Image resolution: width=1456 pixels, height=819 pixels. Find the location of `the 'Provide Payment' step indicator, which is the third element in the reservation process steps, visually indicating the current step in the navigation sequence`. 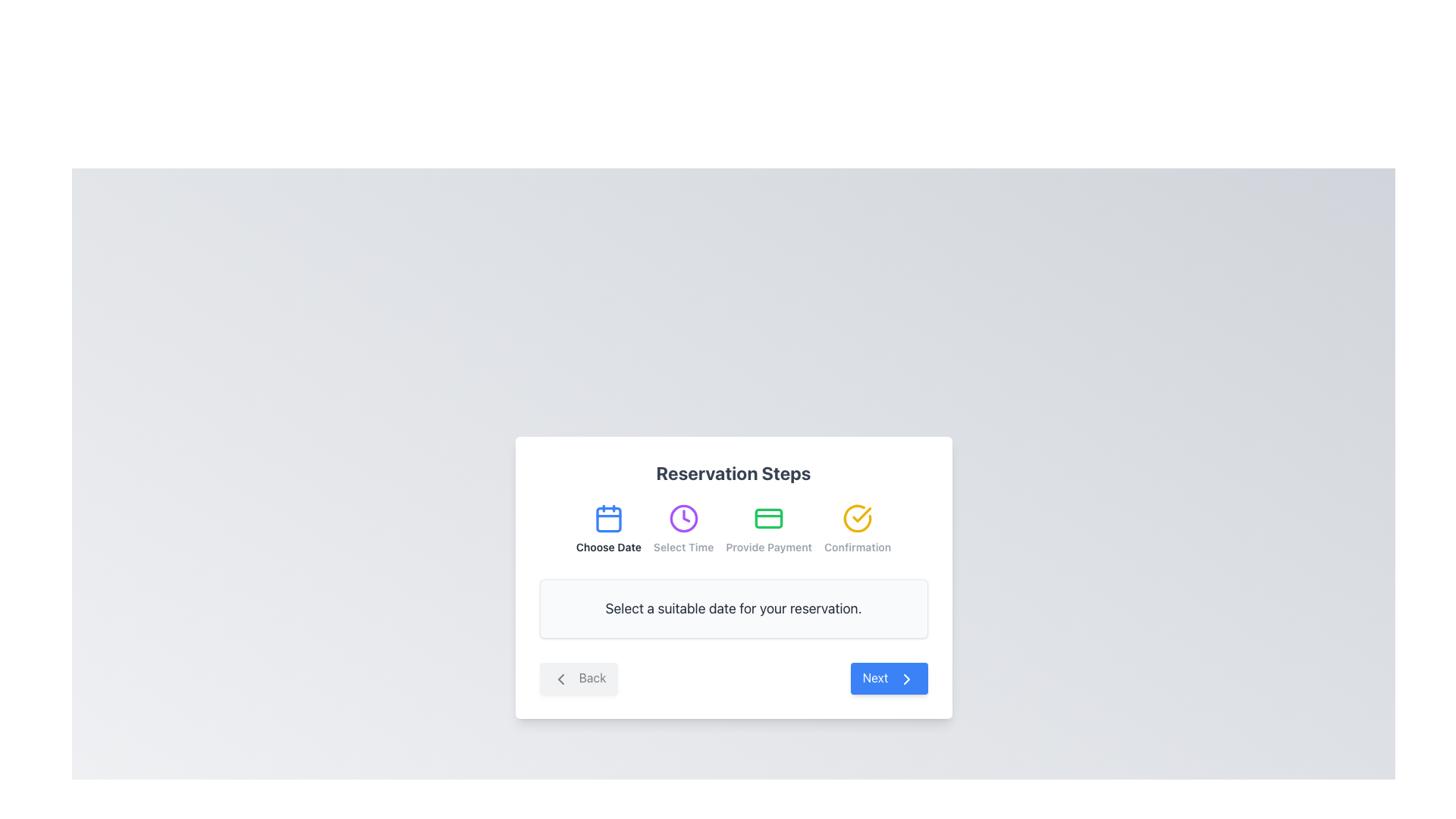

the 'Provide Payment' step indicator, which is the third element in the reservation process steps, visually indicating the current step in the navigation sequence is located at coordinates (769, 529).